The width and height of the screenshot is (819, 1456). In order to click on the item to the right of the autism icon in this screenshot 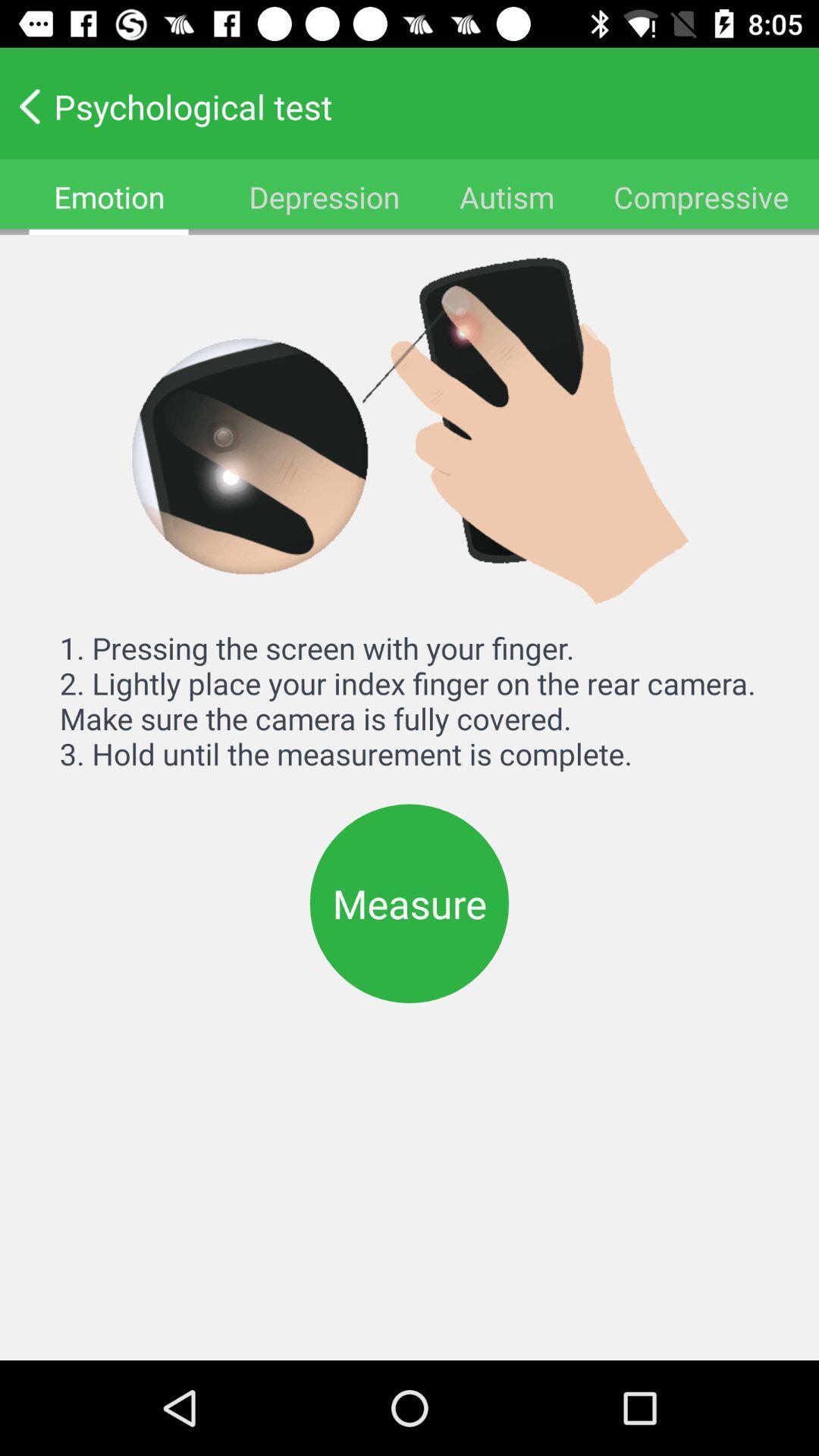, I will do `click(701, 196)`.